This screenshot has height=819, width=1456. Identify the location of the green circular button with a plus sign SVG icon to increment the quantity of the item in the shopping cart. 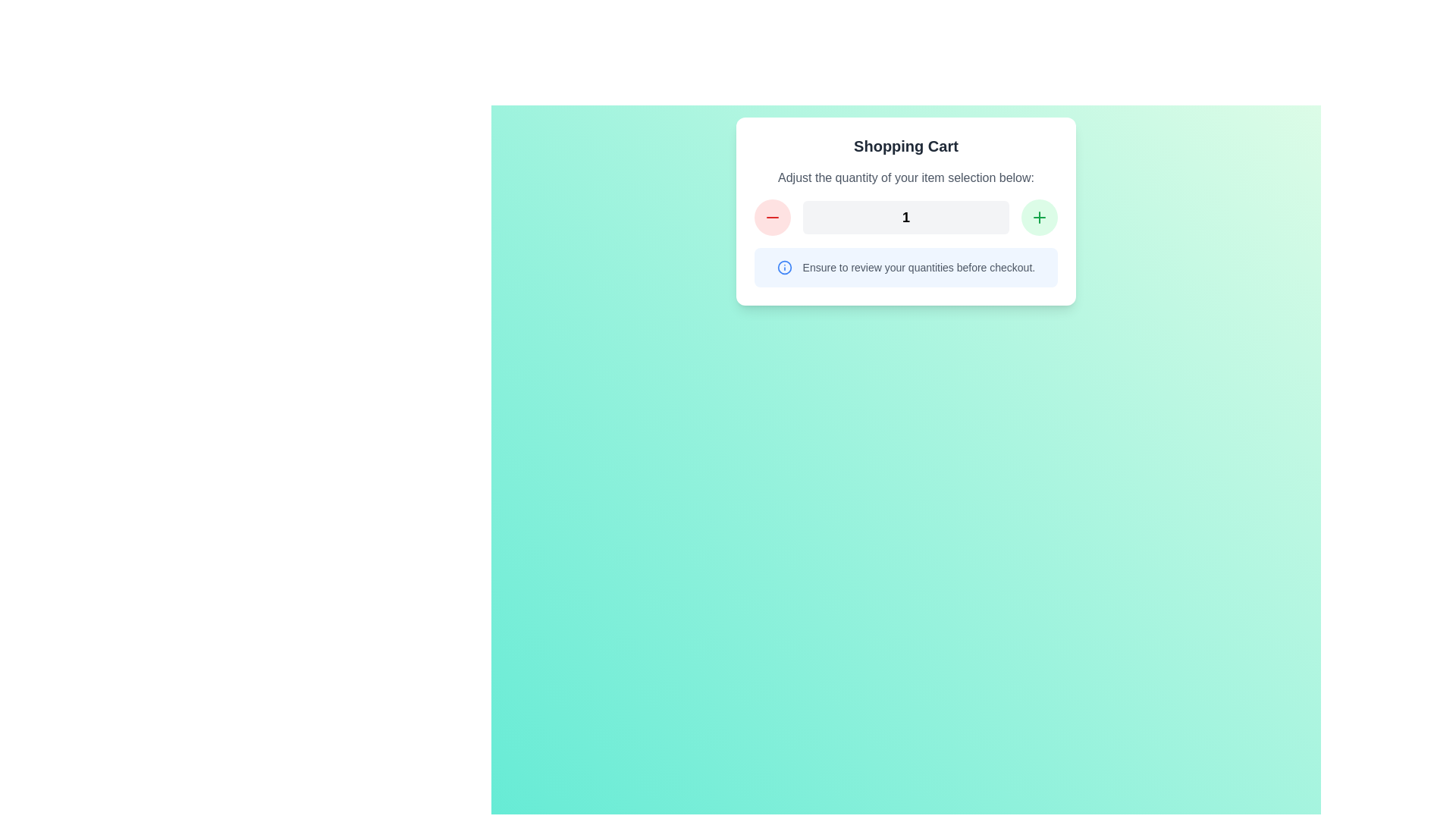
(1039, 217).